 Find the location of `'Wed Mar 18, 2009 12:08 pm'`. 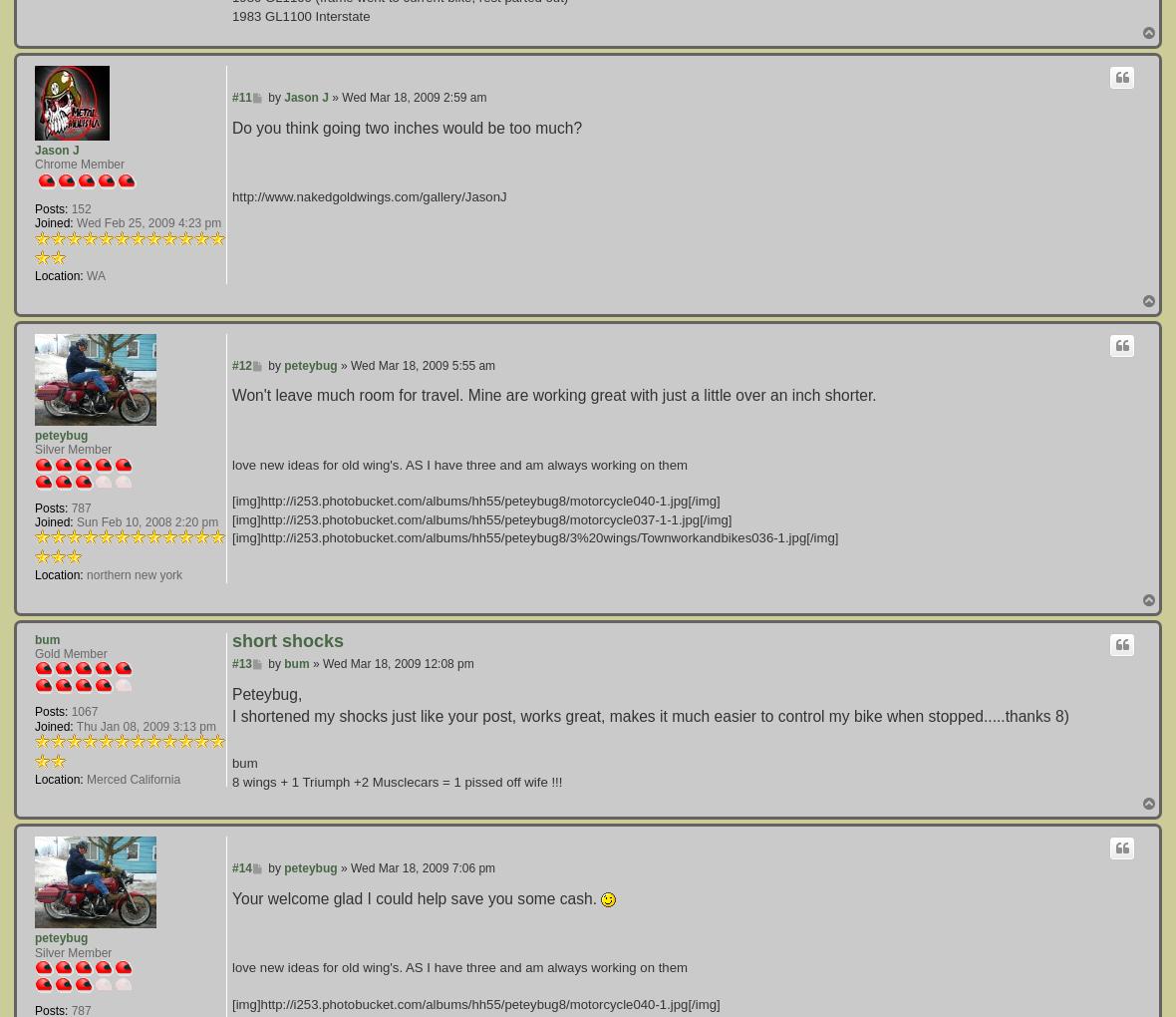

'Wed Mar 18, 2009 12:08 pm' is located at coordinates (396, 663).